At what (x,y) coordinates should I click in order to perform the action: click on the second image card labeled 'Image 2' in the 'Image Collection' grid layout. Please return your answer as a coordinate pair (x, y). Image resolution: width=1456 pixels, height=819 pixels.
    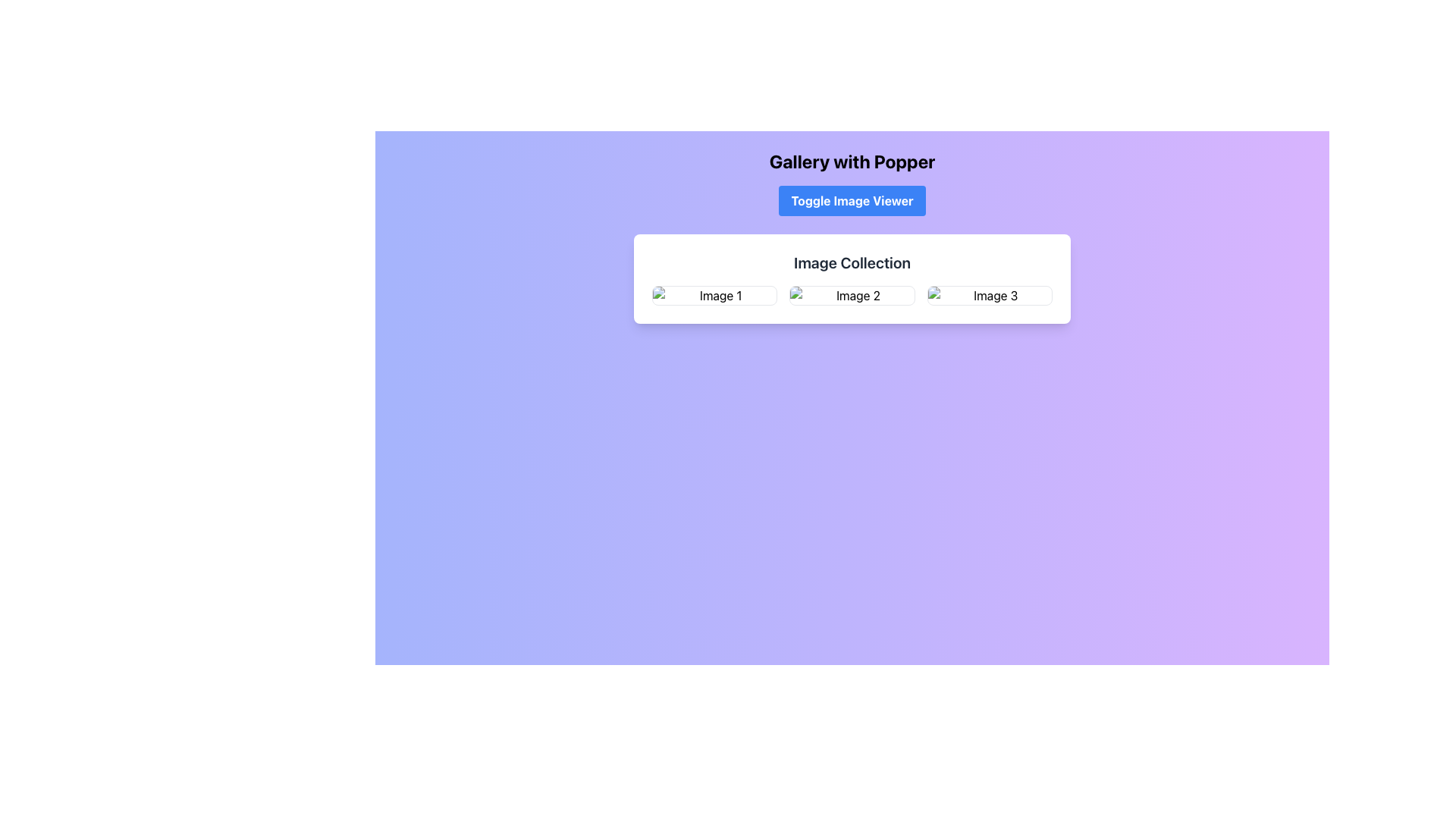
    Looking at the image, I should click on (852, 295).